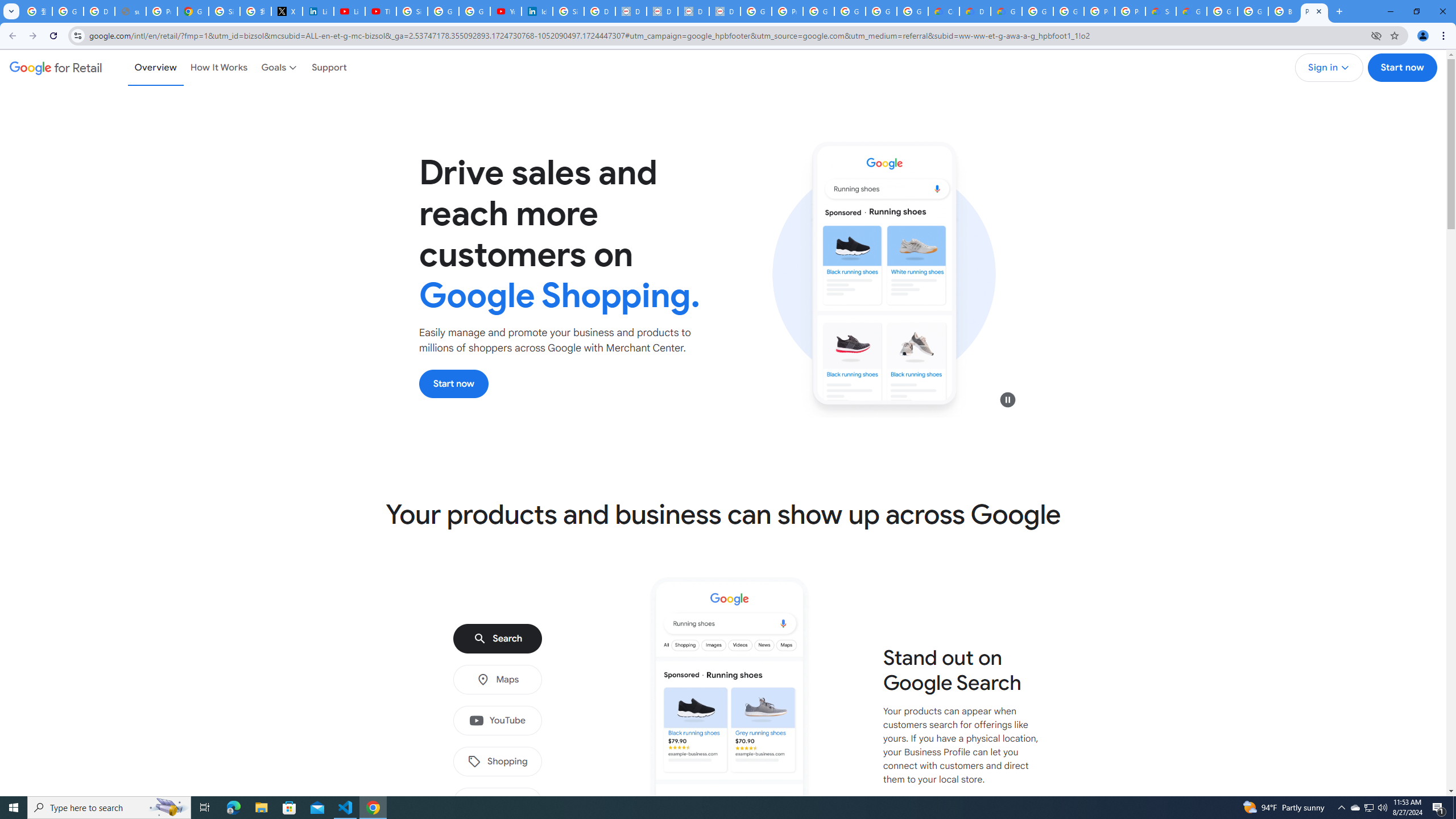  I want to click on 'Sign in - Google Accounts', so click(224, 11).